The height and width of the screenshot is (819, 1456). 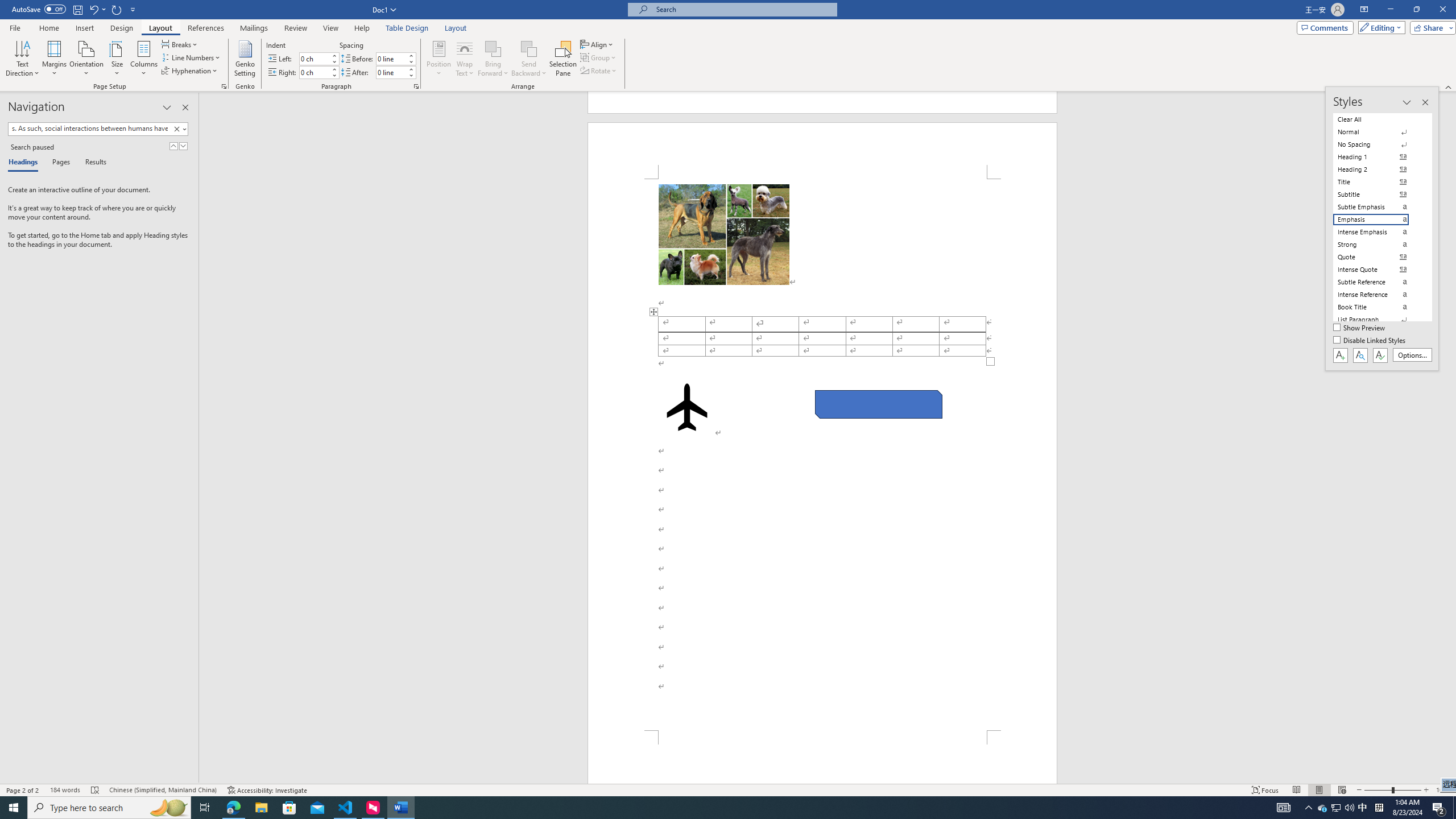 What do you see at coordinates (1360, 328) in the screenshot?
I see `'Show Preview'` at bounding box center [1360, 328].